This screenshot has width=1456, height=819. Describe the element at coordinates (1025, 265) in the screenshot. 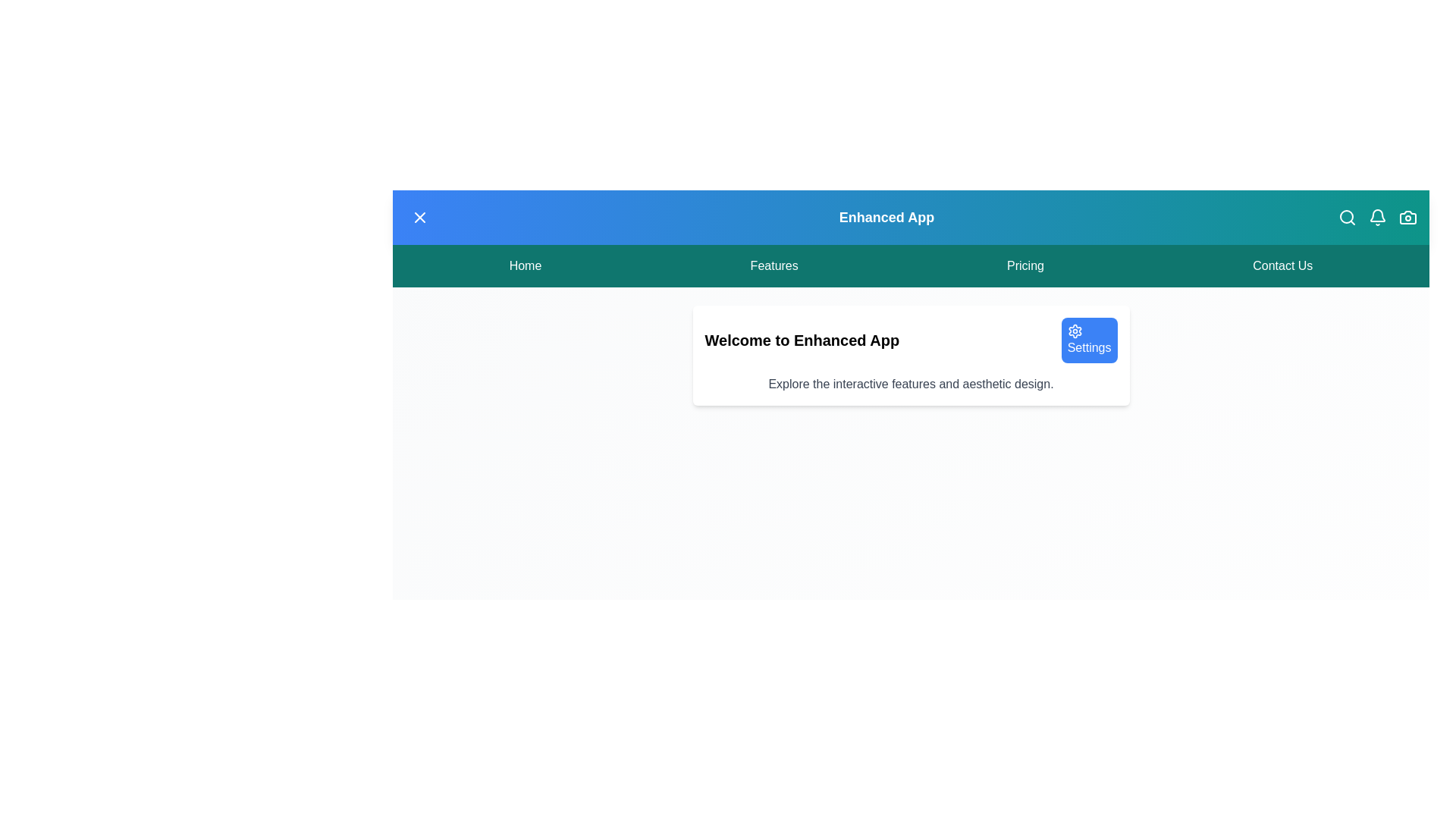

I see `the menu item Pricing from the menu bar` at that location.